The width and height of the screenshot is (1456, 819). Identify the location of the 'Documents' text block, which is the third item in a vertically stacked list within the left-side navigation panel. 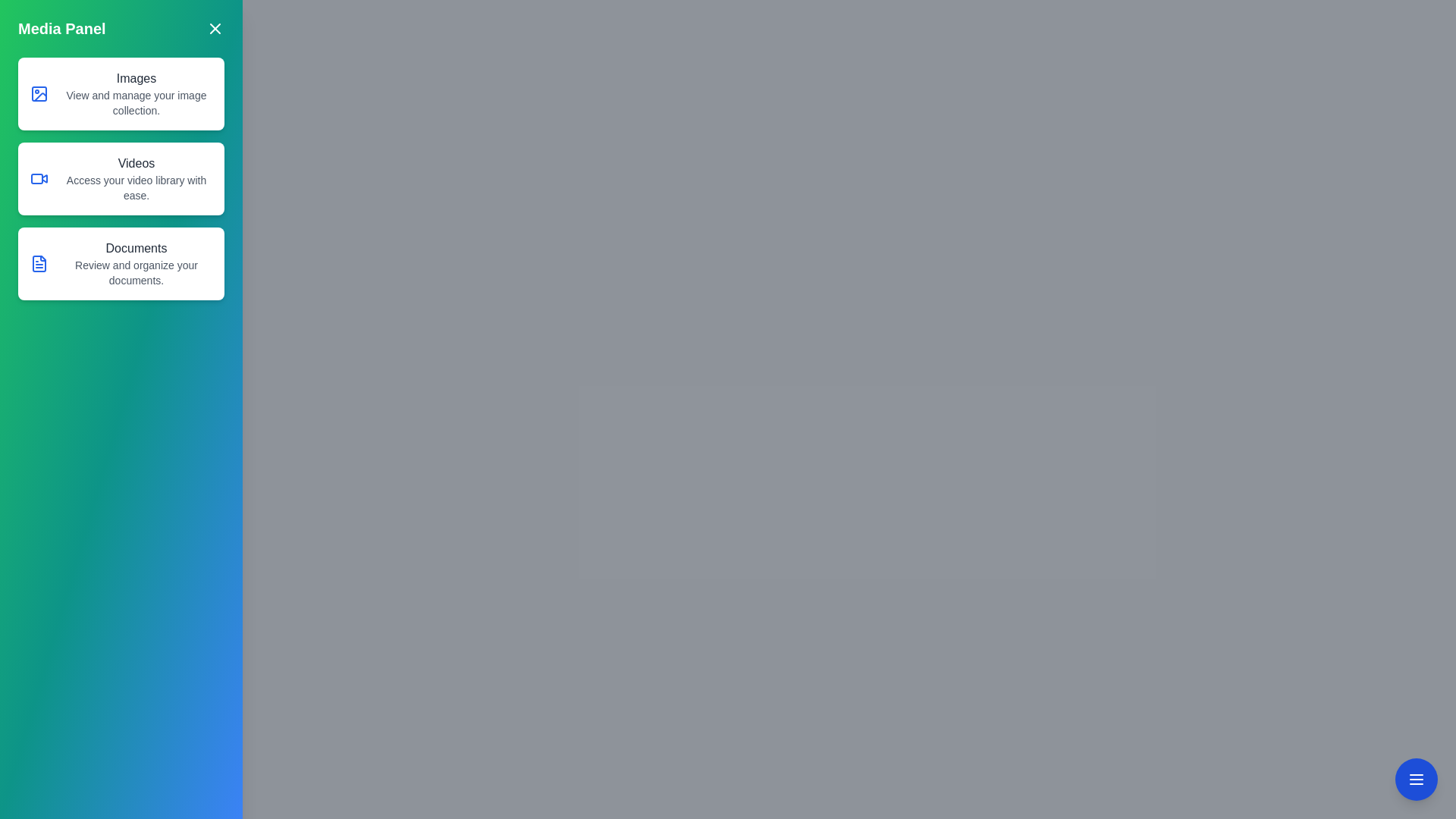
(136, 262).